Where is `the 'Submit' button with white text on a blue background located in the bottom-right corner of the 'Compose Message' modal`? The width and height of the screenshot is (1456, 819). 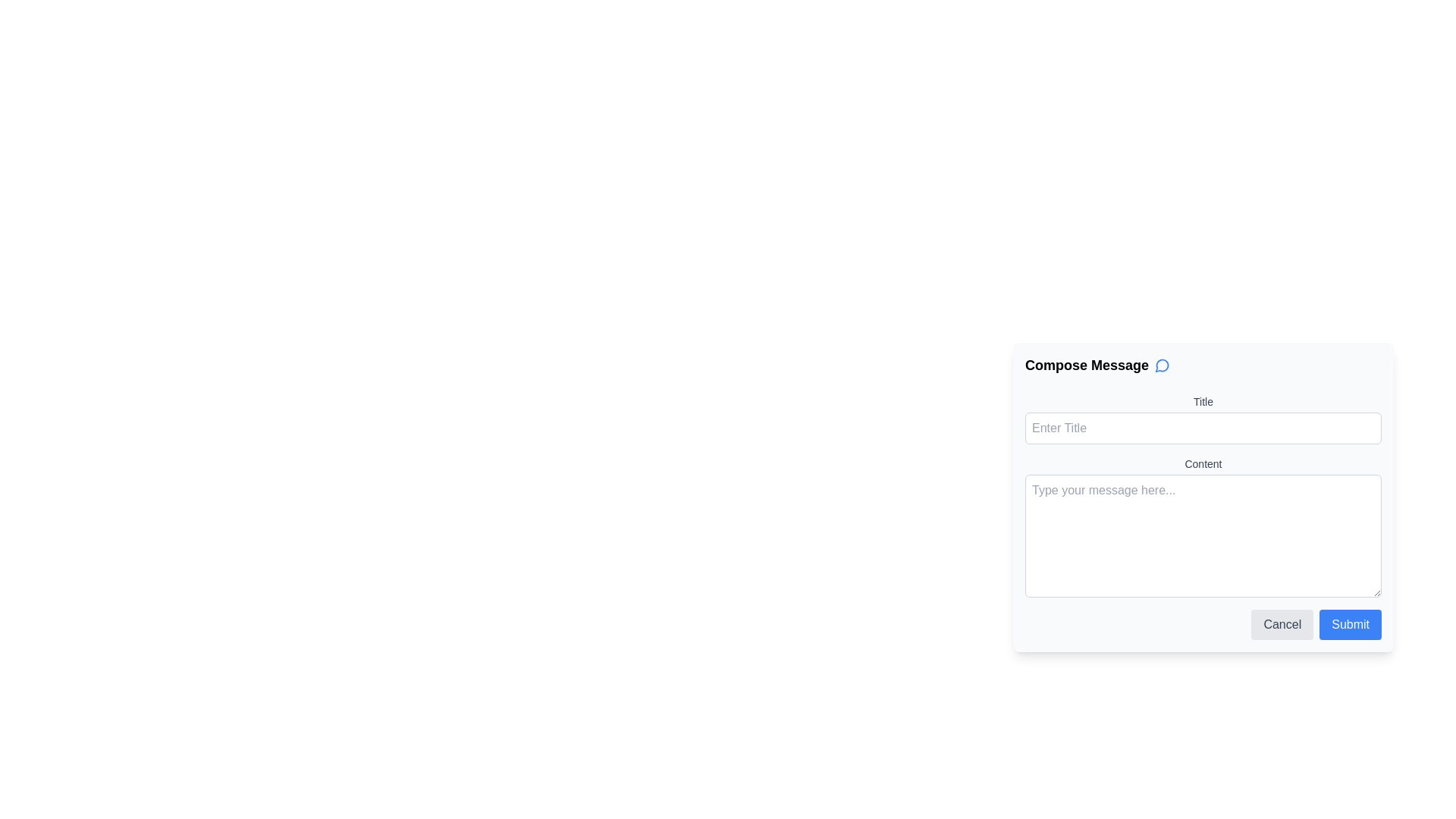
the 'Submit' button with white text on a blue background located in the bottom-right corner of the 'Compose Message' modal is located at coordinates (1351, 625).